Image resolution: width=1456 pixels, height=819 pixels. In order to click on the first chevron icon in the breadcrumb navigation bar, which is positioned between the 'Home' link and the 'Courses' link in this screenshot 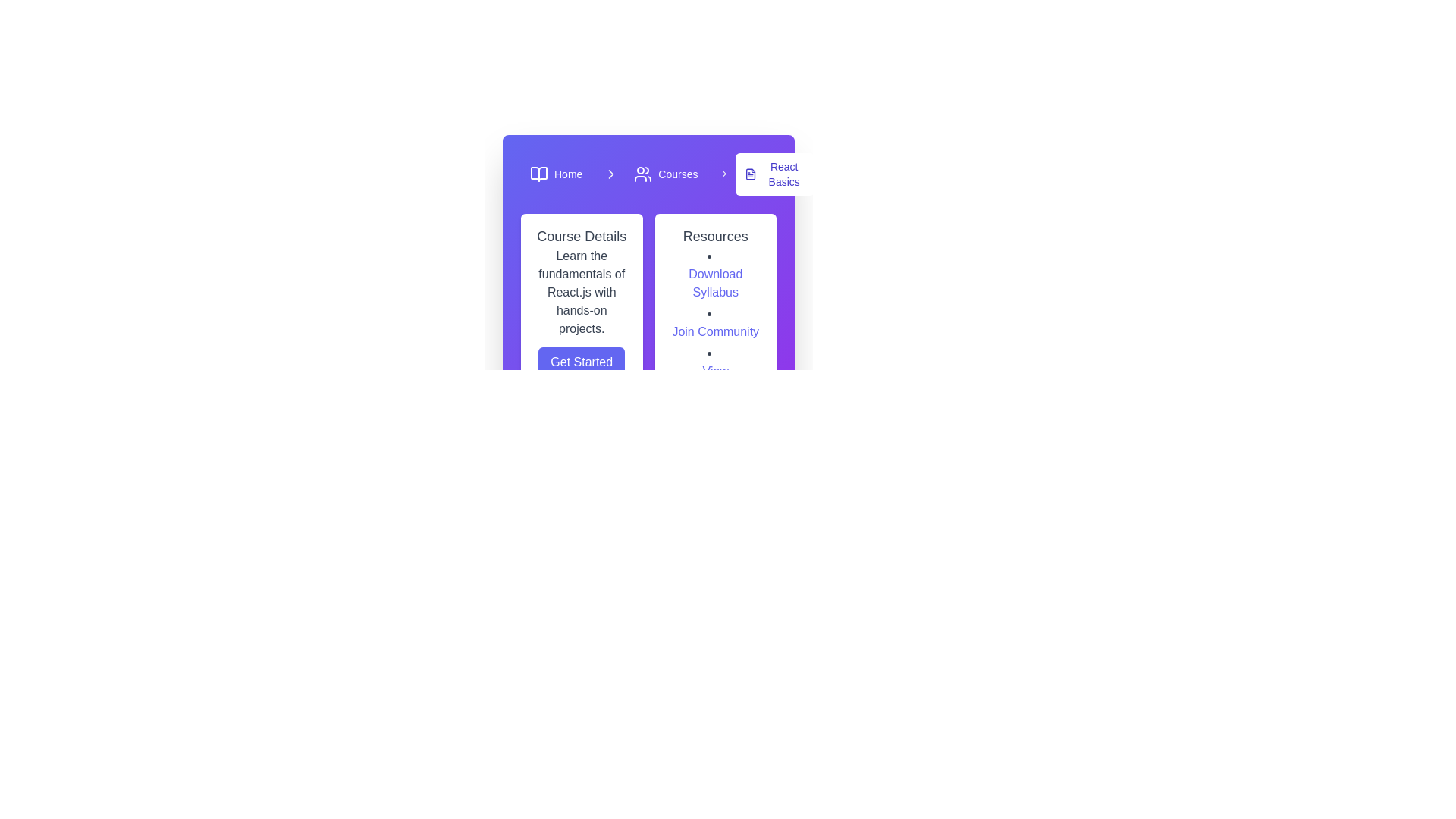, I will do `click(611, 174)`.